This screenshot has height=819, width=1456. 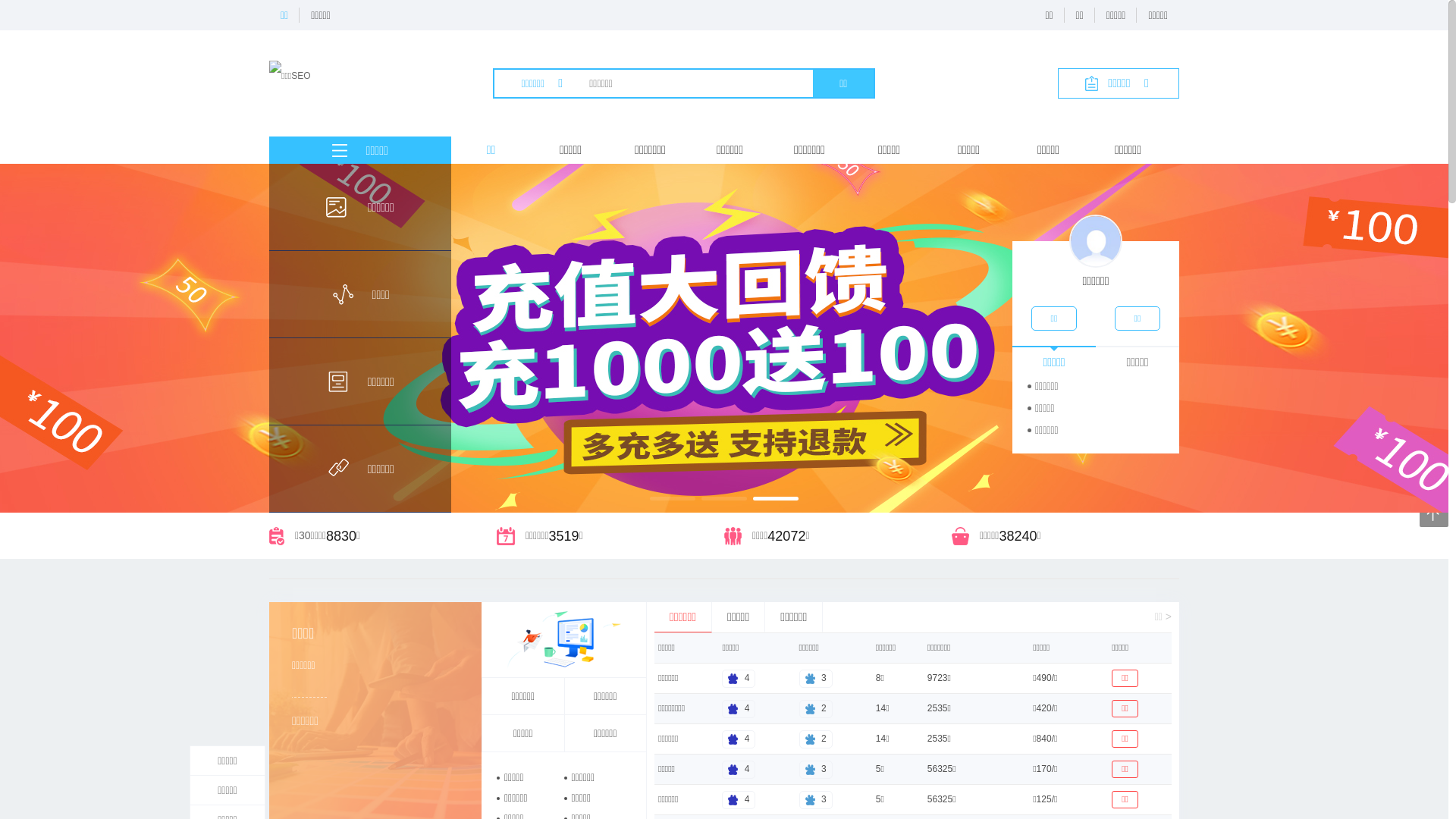 What do you see at coordinates (814, 798) in the screenshot?
I see `'3'` at bounding box center [814, 798].